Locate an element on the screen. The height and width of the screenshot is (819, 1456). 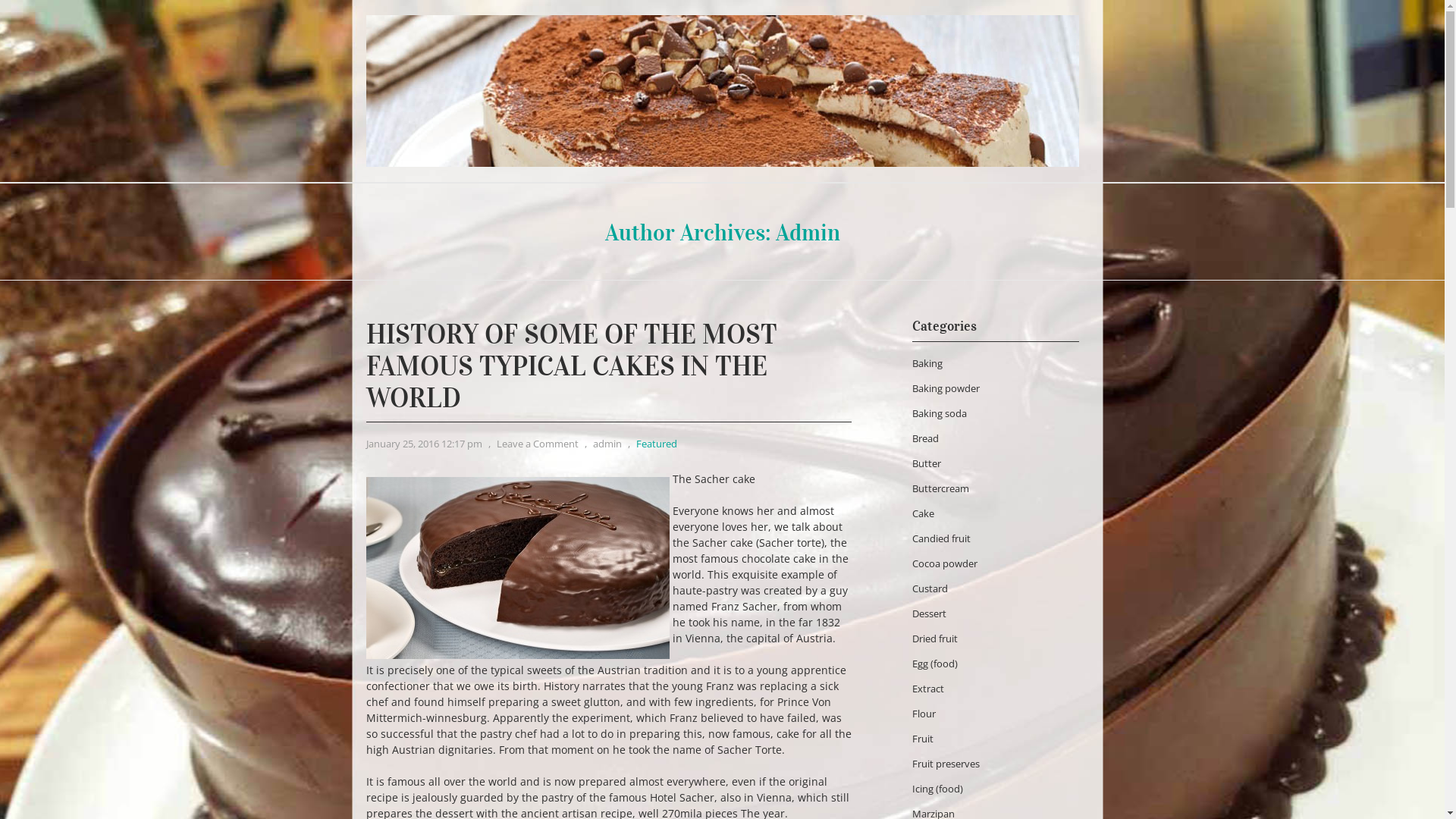
'Custard' is located at coordinates (928, 587).